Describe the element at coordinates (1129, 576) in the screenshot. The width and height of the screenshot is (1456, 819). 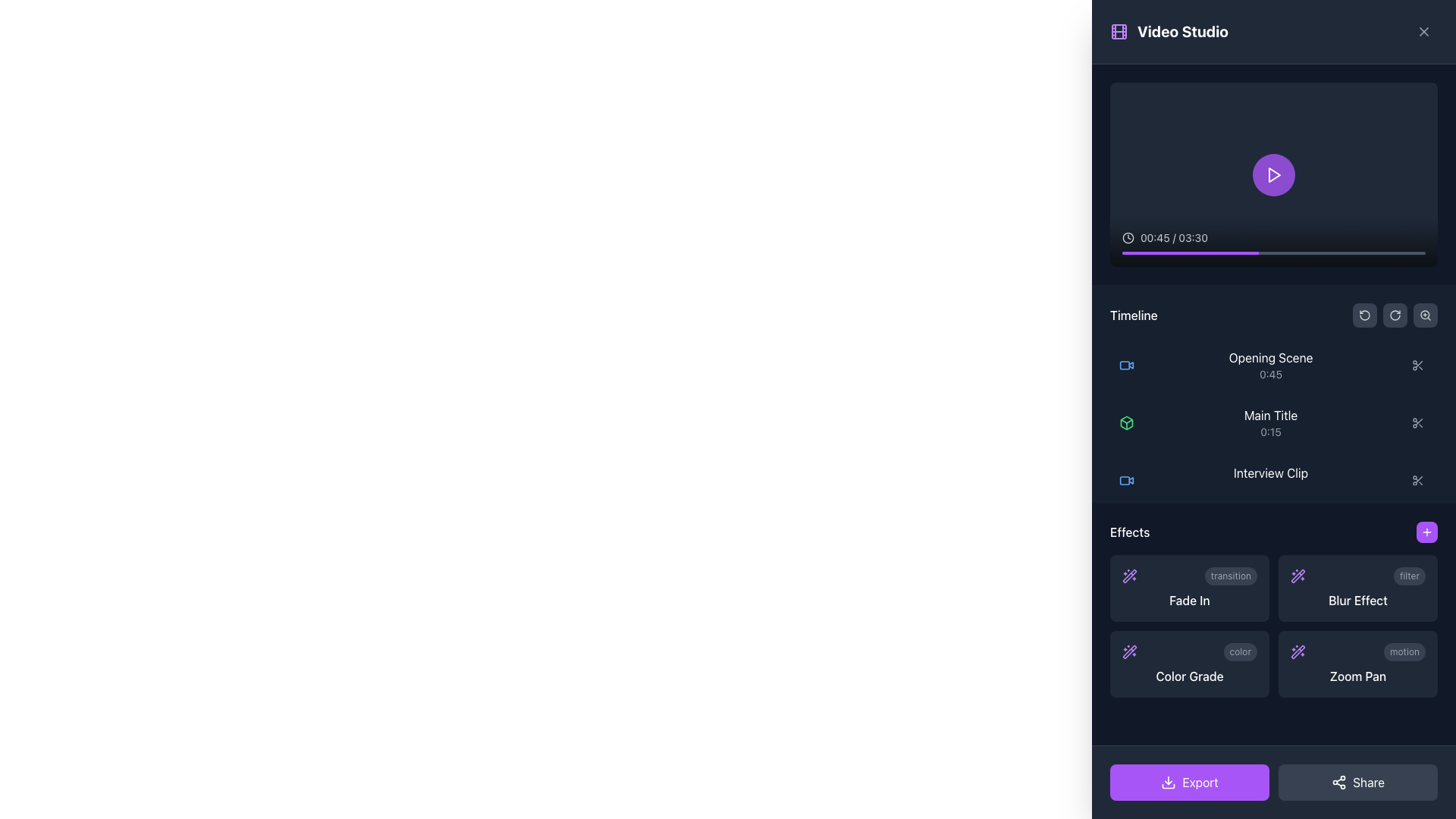
I see `the magic wand icon located in the lower-right area of the interface within the effects section` at that location.